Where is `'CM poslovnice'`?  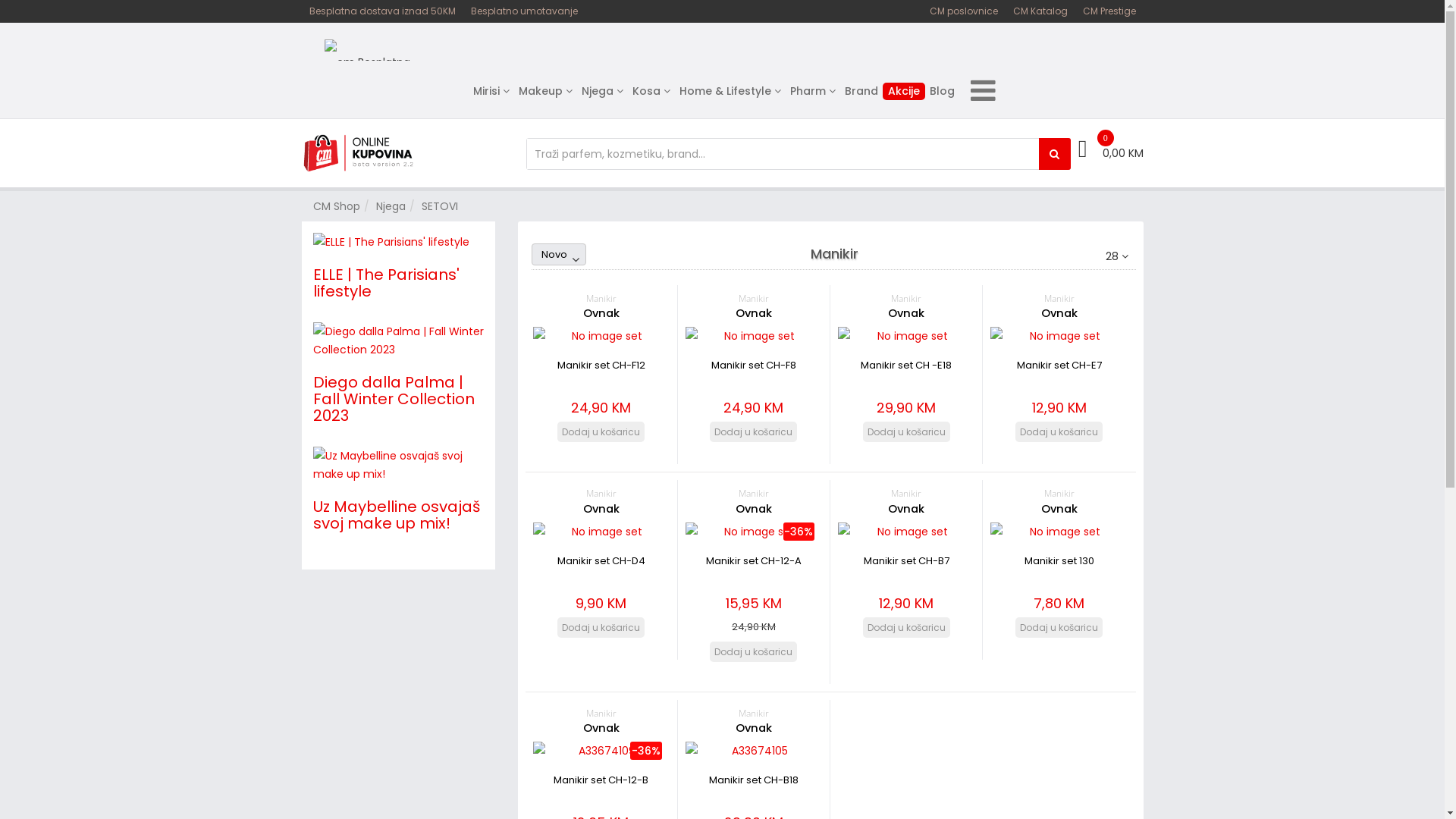
'CM poslovnice' is located at coordinates (963, 11).